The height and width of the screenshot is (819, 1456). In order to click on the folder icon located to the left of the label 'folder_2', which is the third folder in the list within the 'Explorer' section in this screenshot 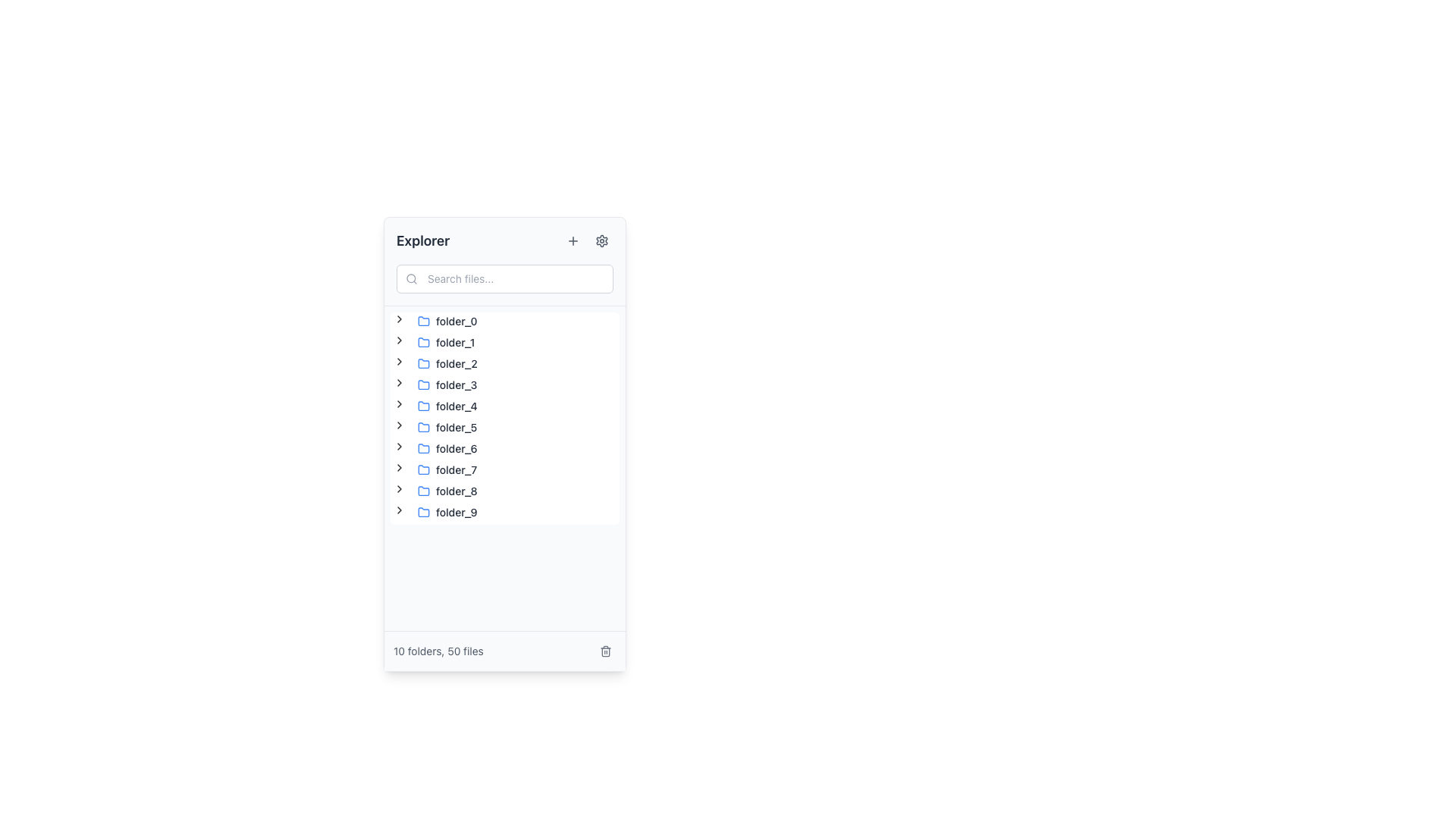, I will do `click(423, 363)`.